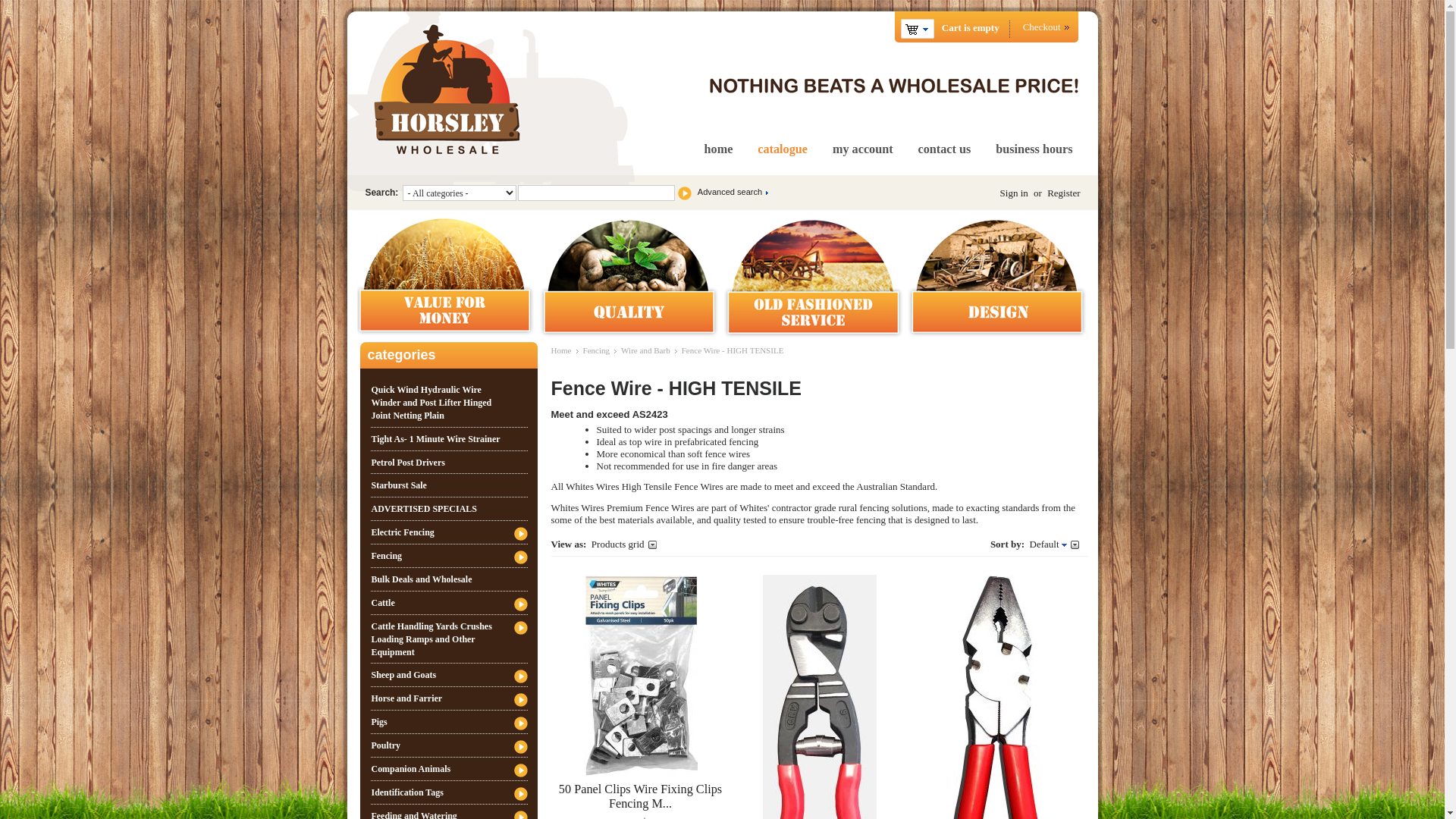 This screenshot has width=1456, height=819. What do you see at coordinates (640, 795) in the screenshot?
I see `'50 Panel Clips Wire Fixing Clips Fencing M...'` at bounding box center [640, 795].